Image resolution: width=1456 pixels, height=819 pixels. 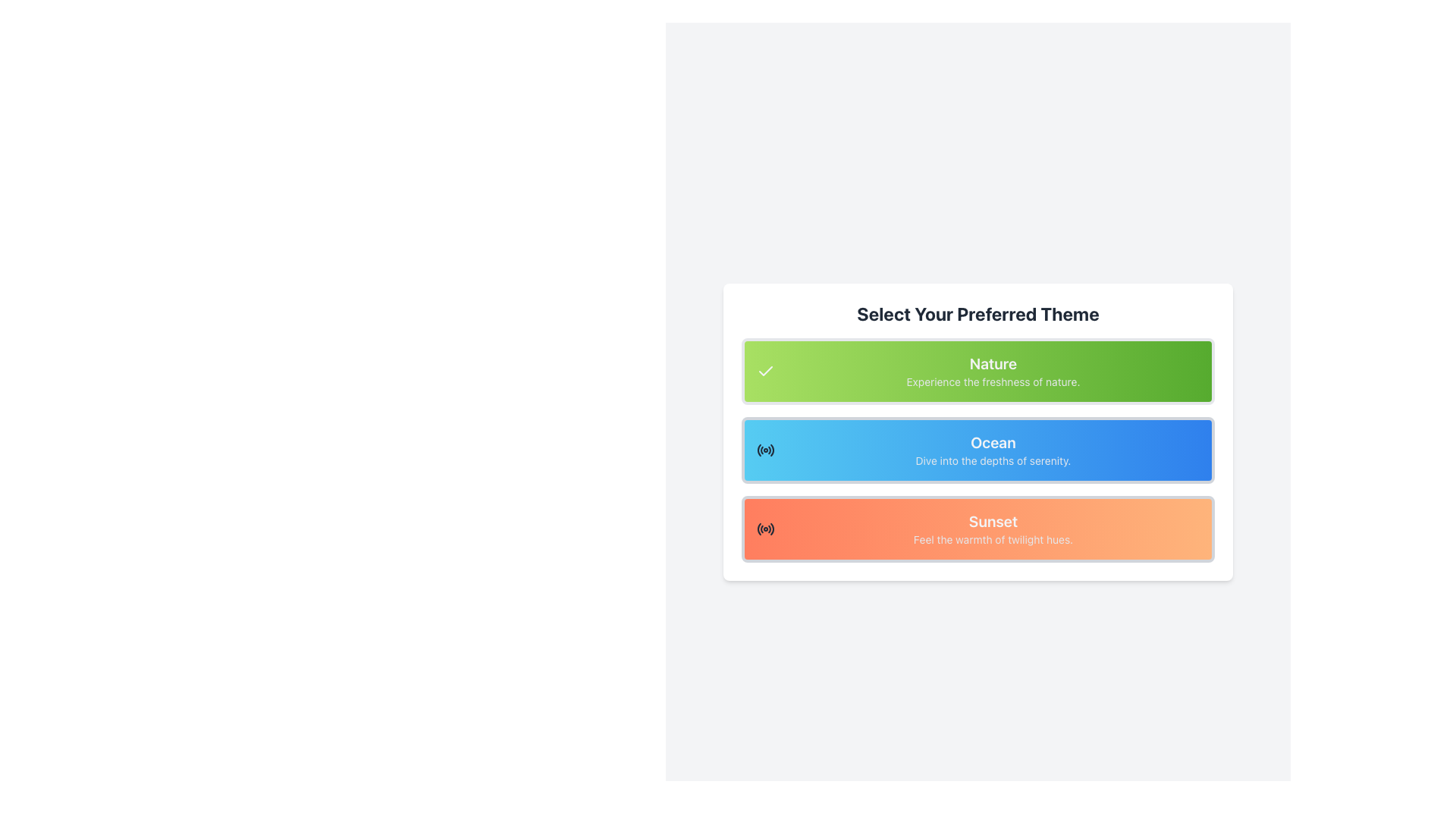 I want to click on the 'Ocean' Text Label element, which is styled with a bold font and white color, located under the 'Select Your Preferred Theme' header, so click(x=993, y=442).